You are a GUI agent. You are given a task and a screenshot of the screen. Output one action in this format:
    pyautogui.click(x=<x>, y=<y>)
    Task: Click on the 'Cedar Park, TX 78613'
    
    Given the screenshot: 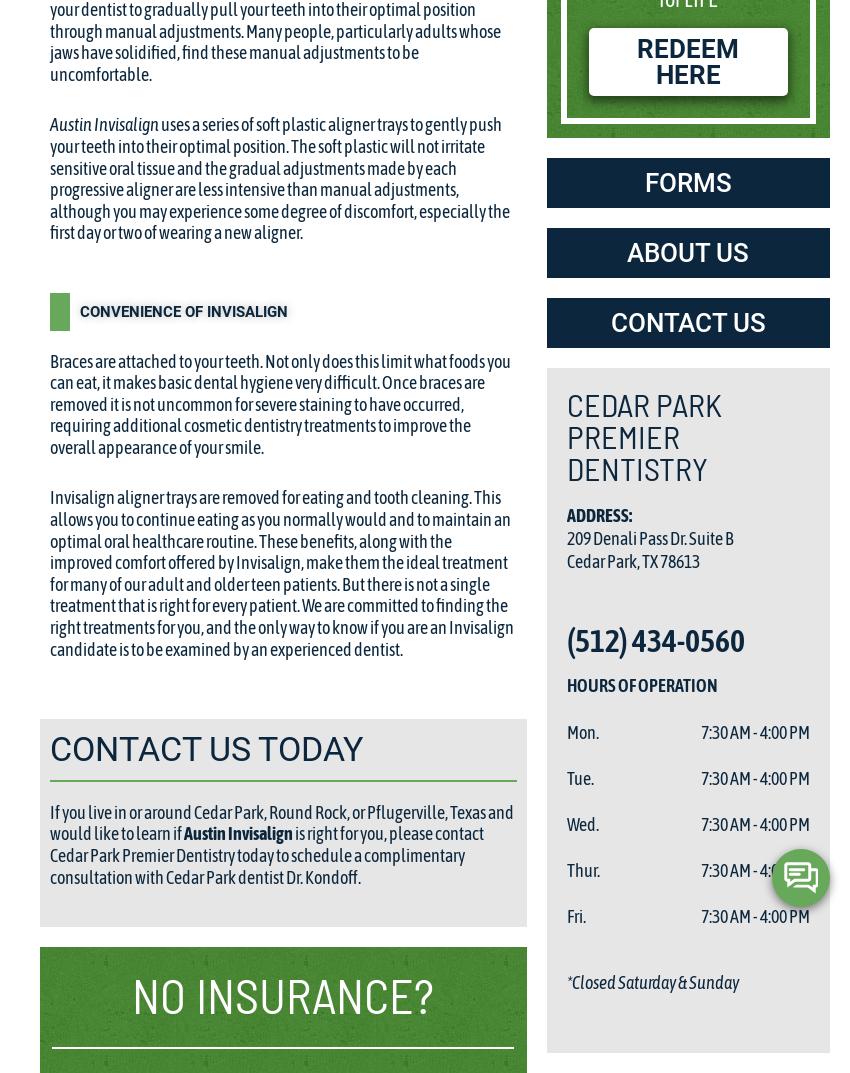 What is the action you would take?
    pyautogui.click(x=566, y=561)
    